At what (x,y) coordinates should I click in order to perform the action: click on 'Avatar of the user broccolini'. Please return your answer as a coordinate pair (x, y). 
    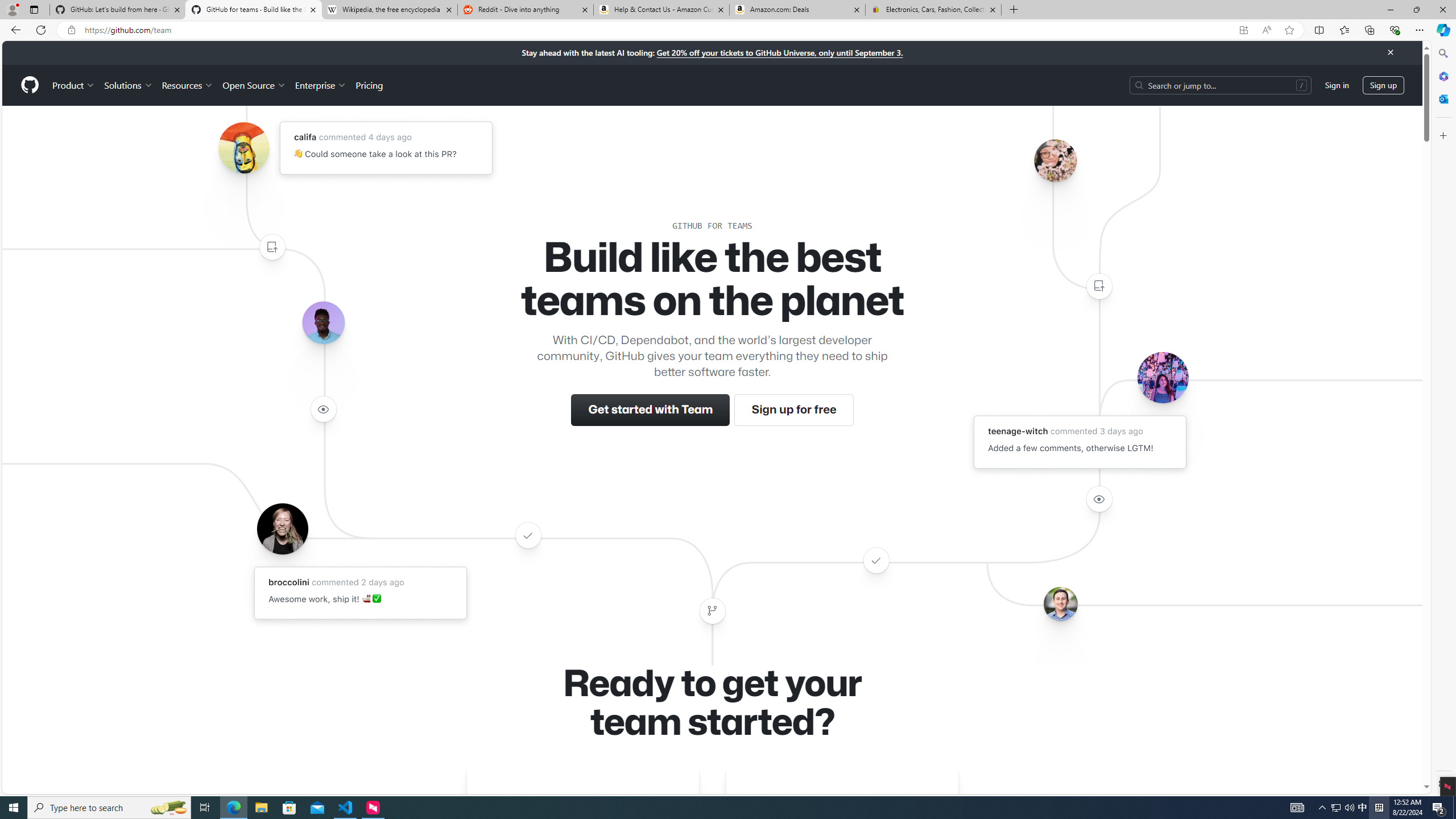
    Looking at the image, I should click on (282, 528).